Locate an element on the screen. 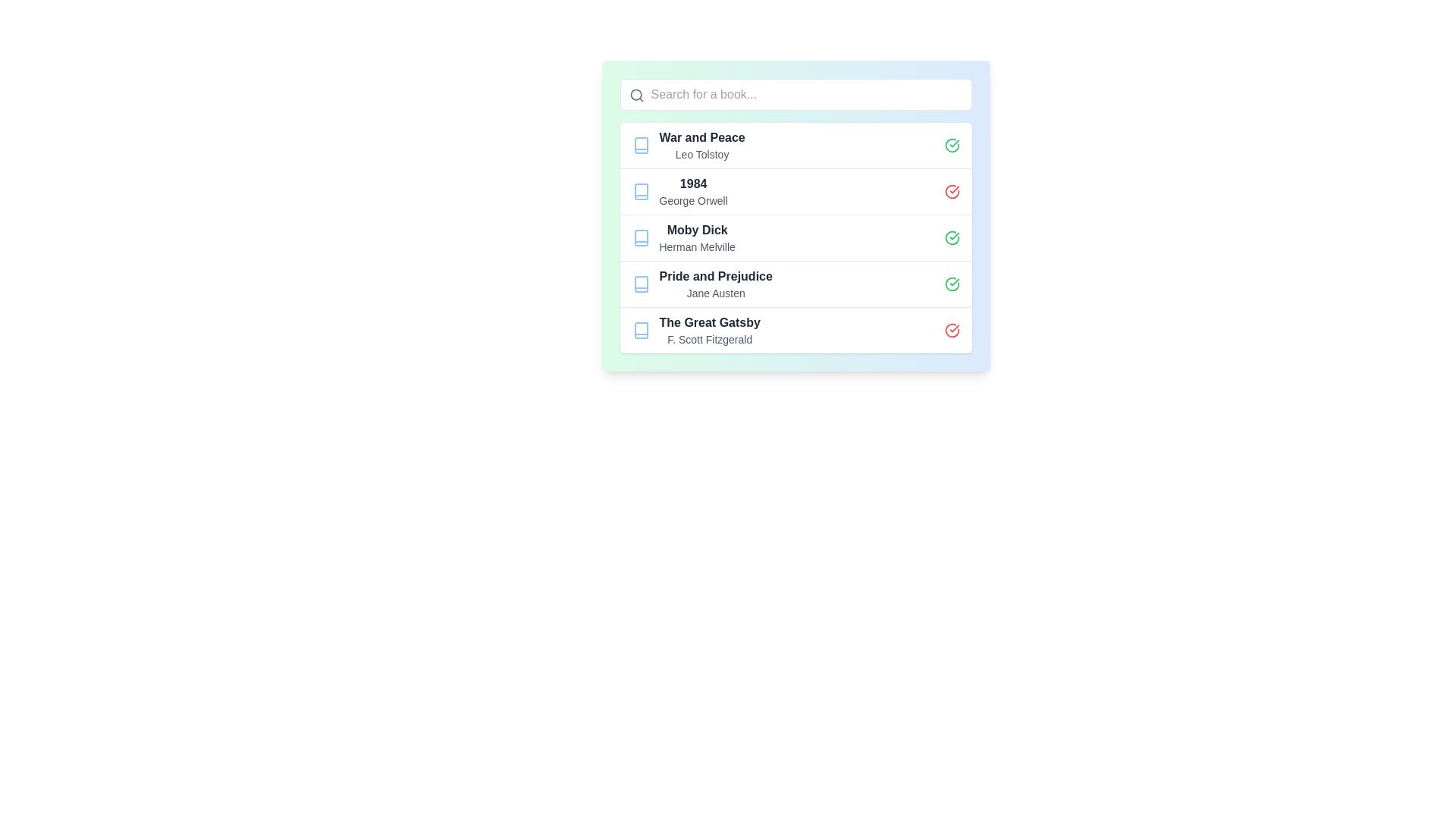 The height and width of the screenshot is (819, 1456). the confirmation icon for the book 'War and Peace' by Leo Tolstoy, located at the far-right side of its row is located at coordinates (951, 146).